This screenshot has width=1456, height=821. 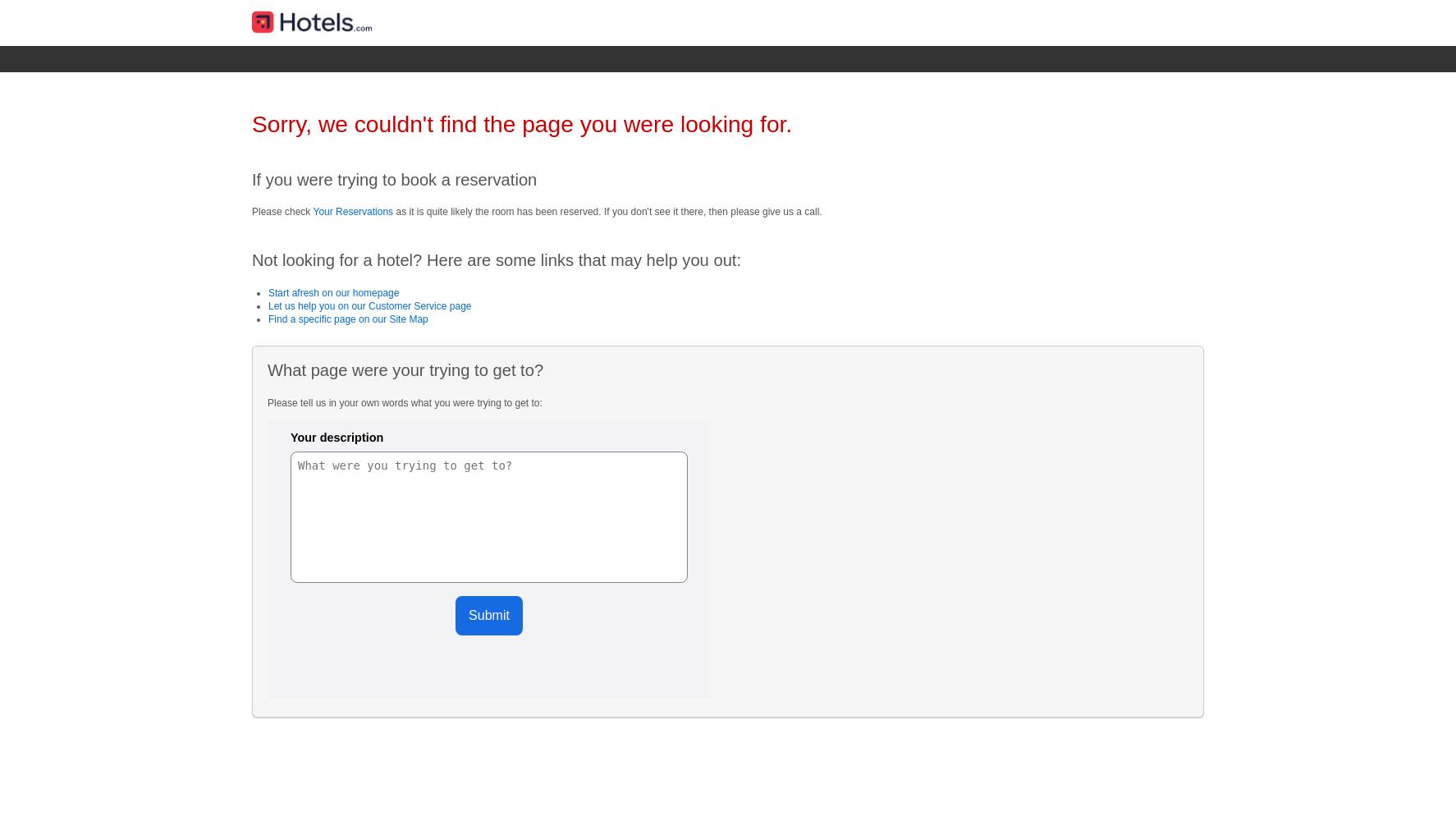 What do you see at coordinates (521, 124) in the screenshot?
I see `'Sorry, we couldn't find the page you were looking for.'` at bounding box center [521, 124].